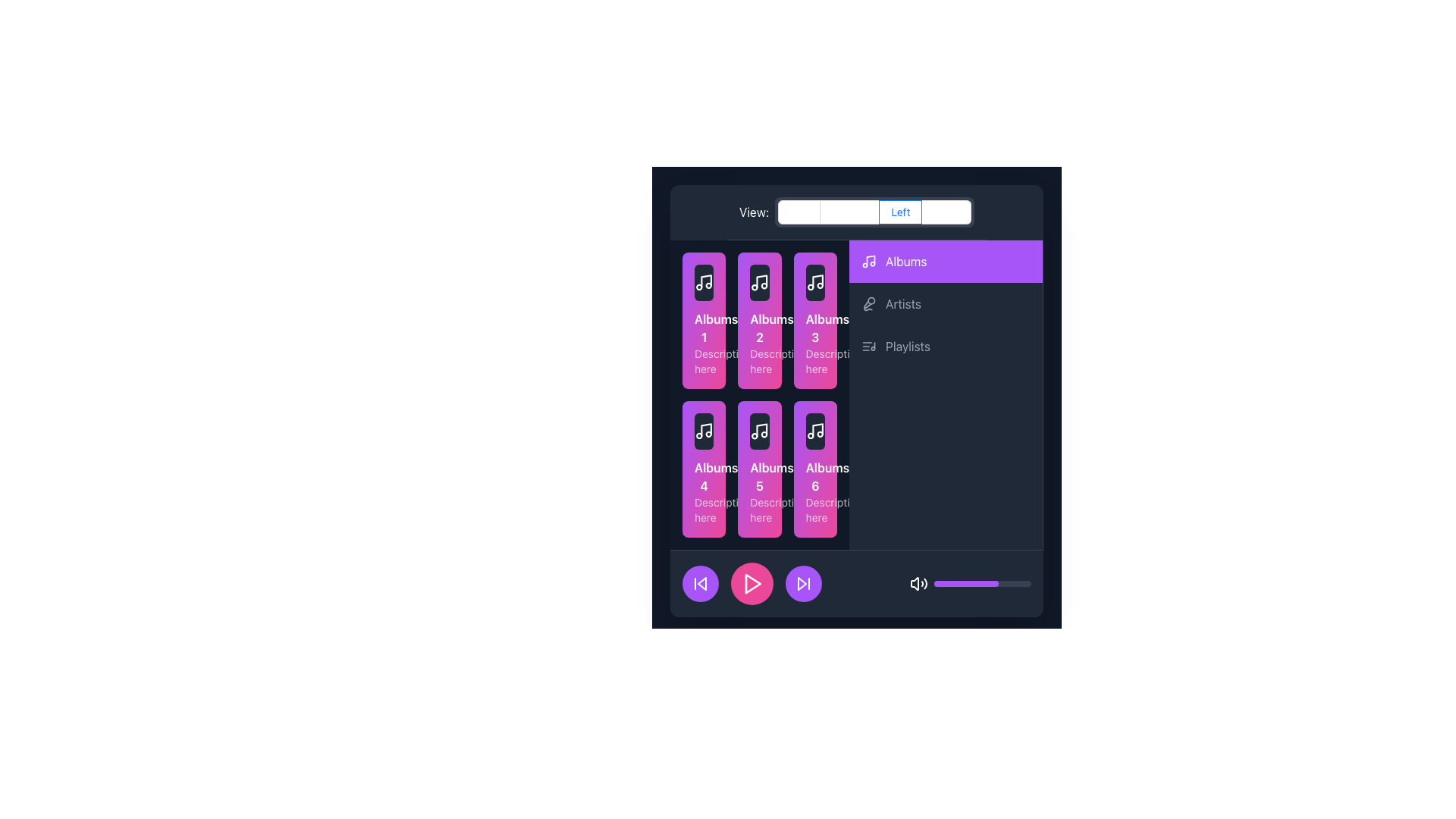  Describe the element at coordinates (760, 362) in the screenshot. I see `the static text label that reads 'Description here', located beneath the bold label 'Albums 2' within the second card of the grid layout` at that location.